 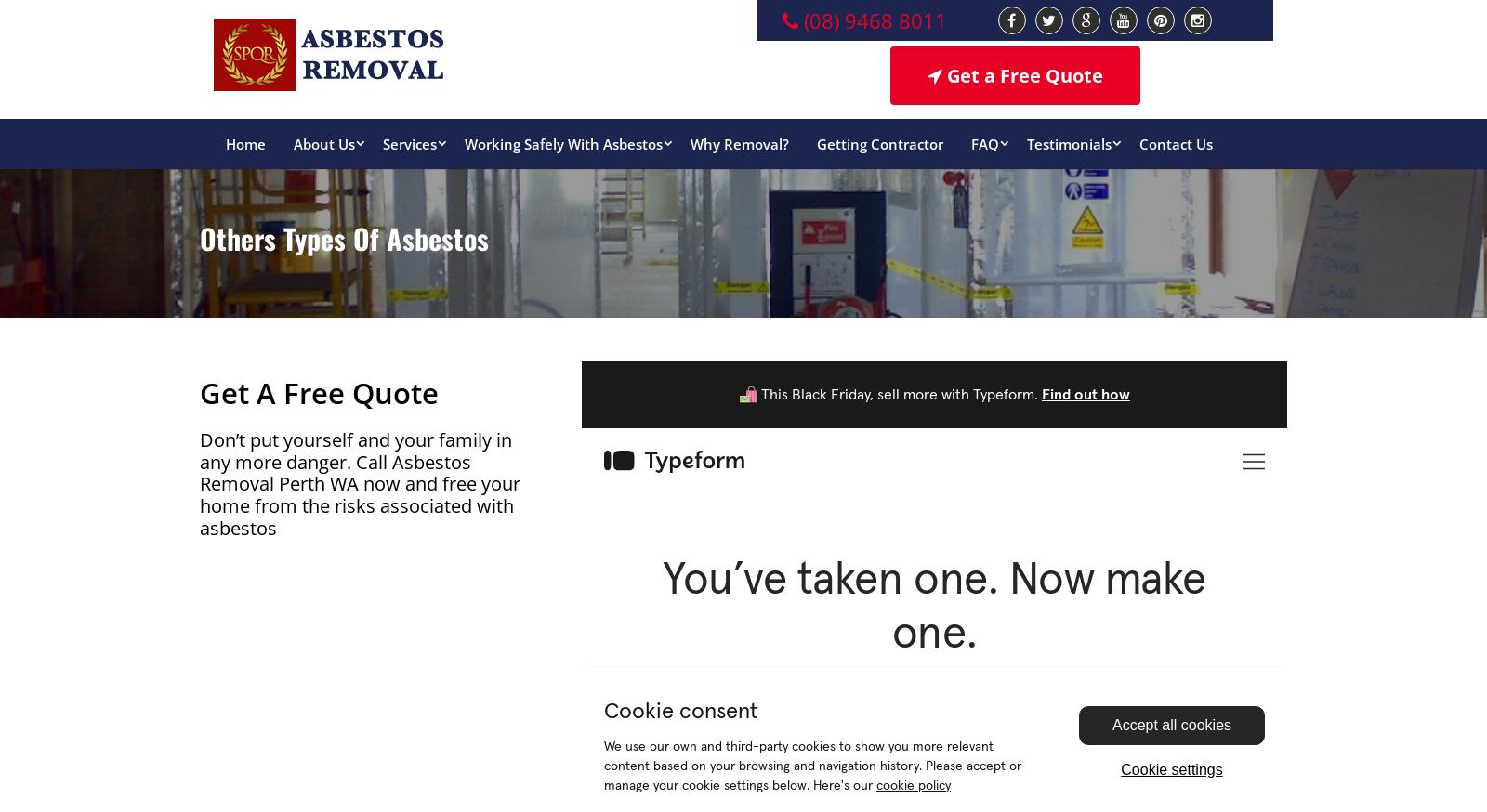 I want to click on 'FAQ', so click(x=985, y=142).